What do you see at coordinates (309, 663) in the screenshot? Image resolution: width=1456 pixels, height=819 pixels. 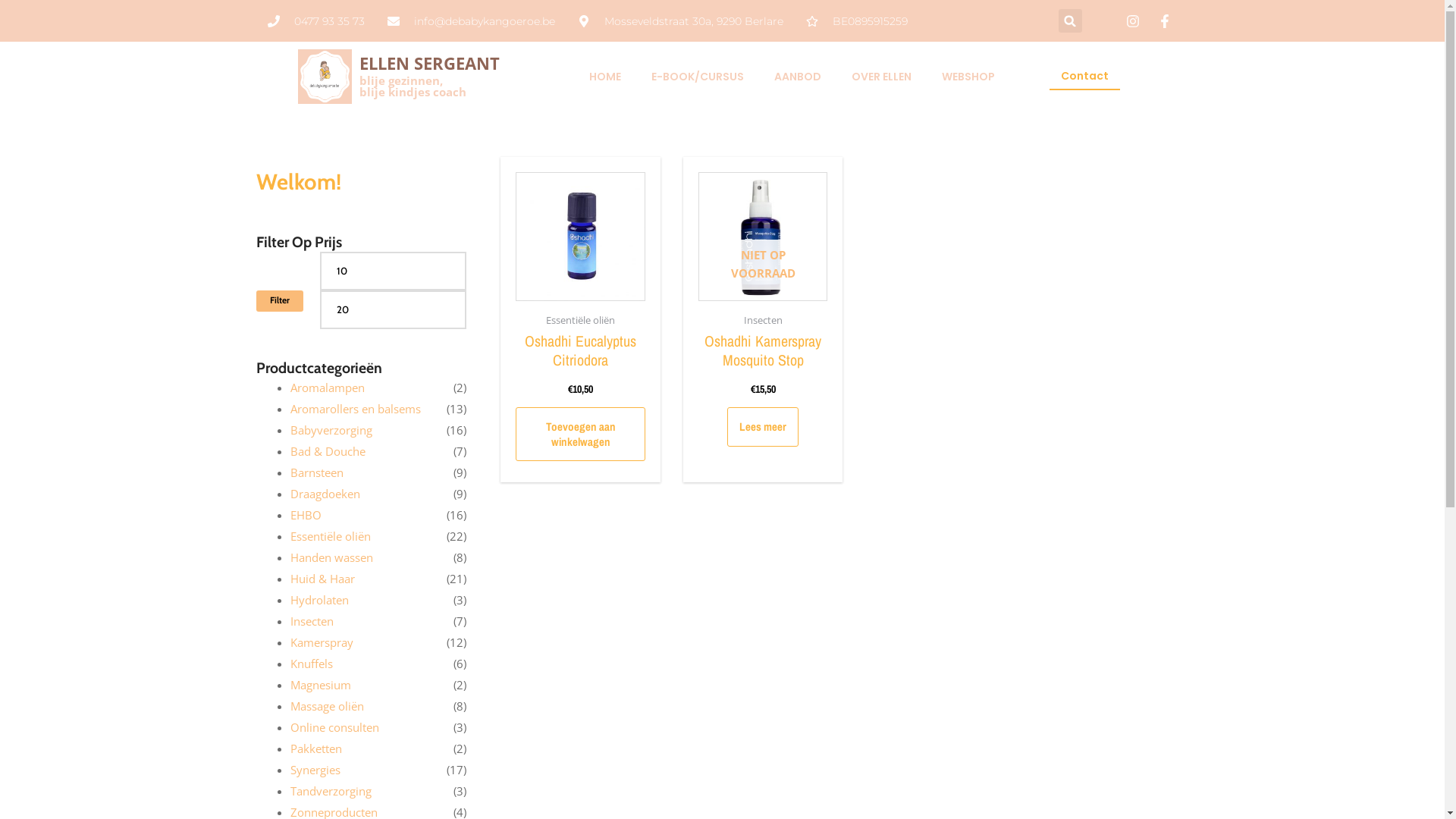 I see `'Knuffels'` at bounding box center [309, 663].